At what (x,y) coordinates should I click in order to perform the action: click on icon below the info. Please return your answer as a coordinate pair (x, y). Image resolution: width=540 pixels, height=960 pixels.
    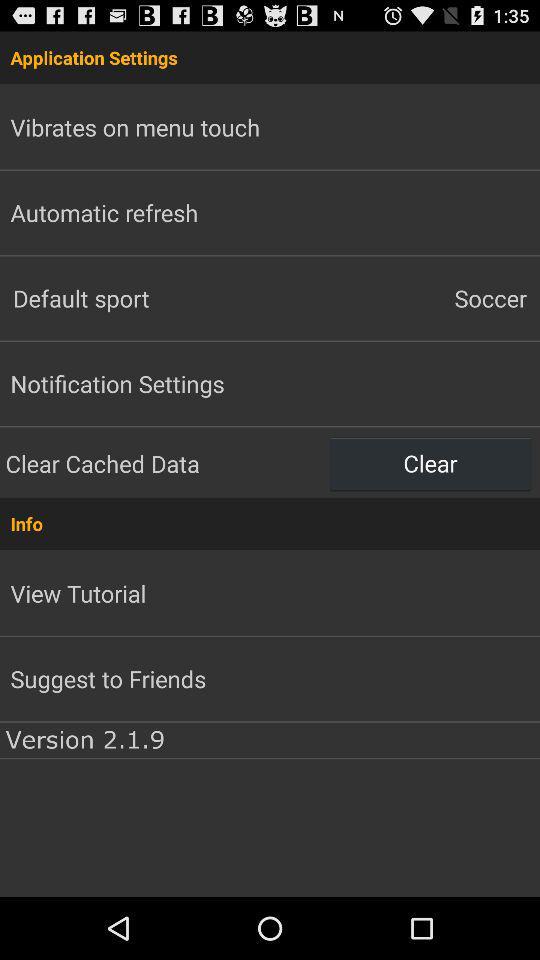
    Looking at the image, I should click on (77, 593).